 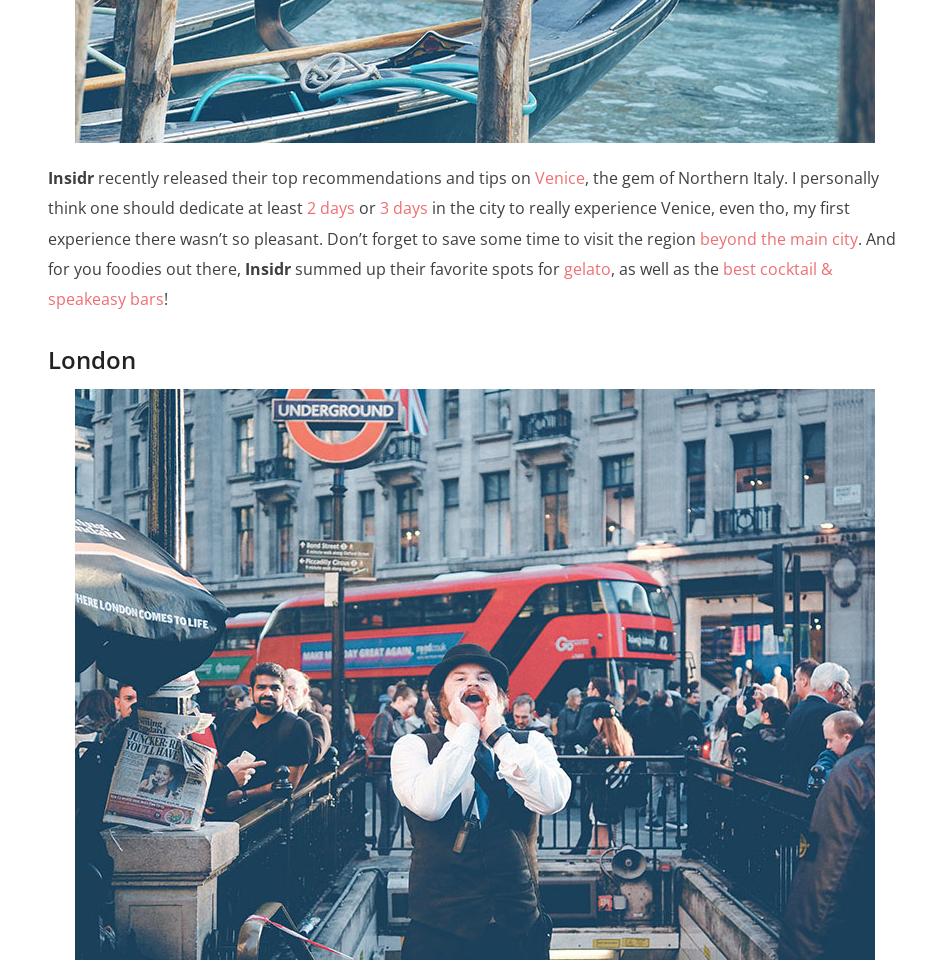 What do you see at coordinates (461, 191) in the screenshot?
I see `', the gem of Northern Italy. I personally think one should dedicate at least'` at bounding box center [461, 191].